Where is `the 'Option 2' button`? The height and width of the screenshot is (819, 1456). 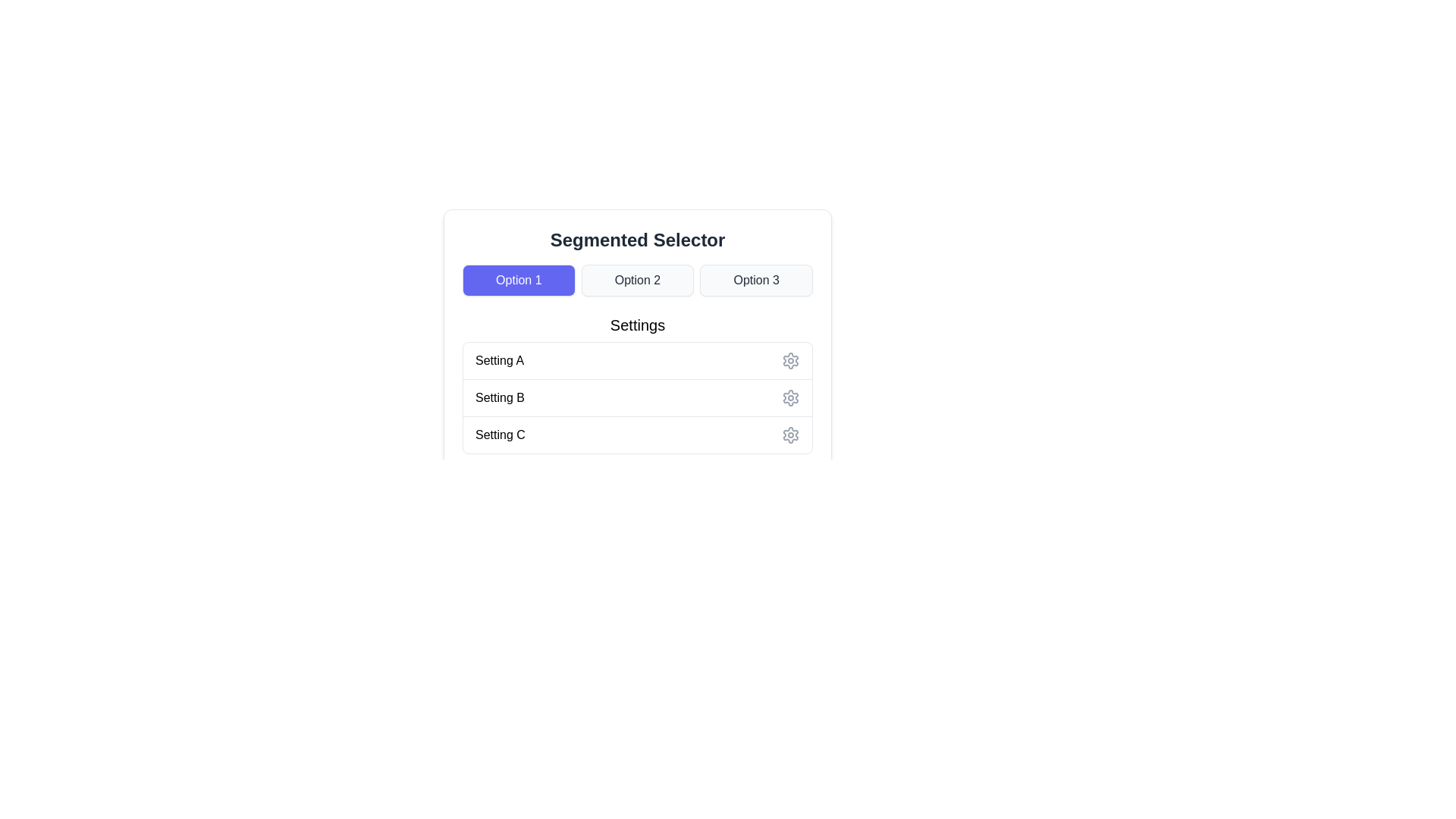 the 'Option 2' button is located at coordinates (637, 281).